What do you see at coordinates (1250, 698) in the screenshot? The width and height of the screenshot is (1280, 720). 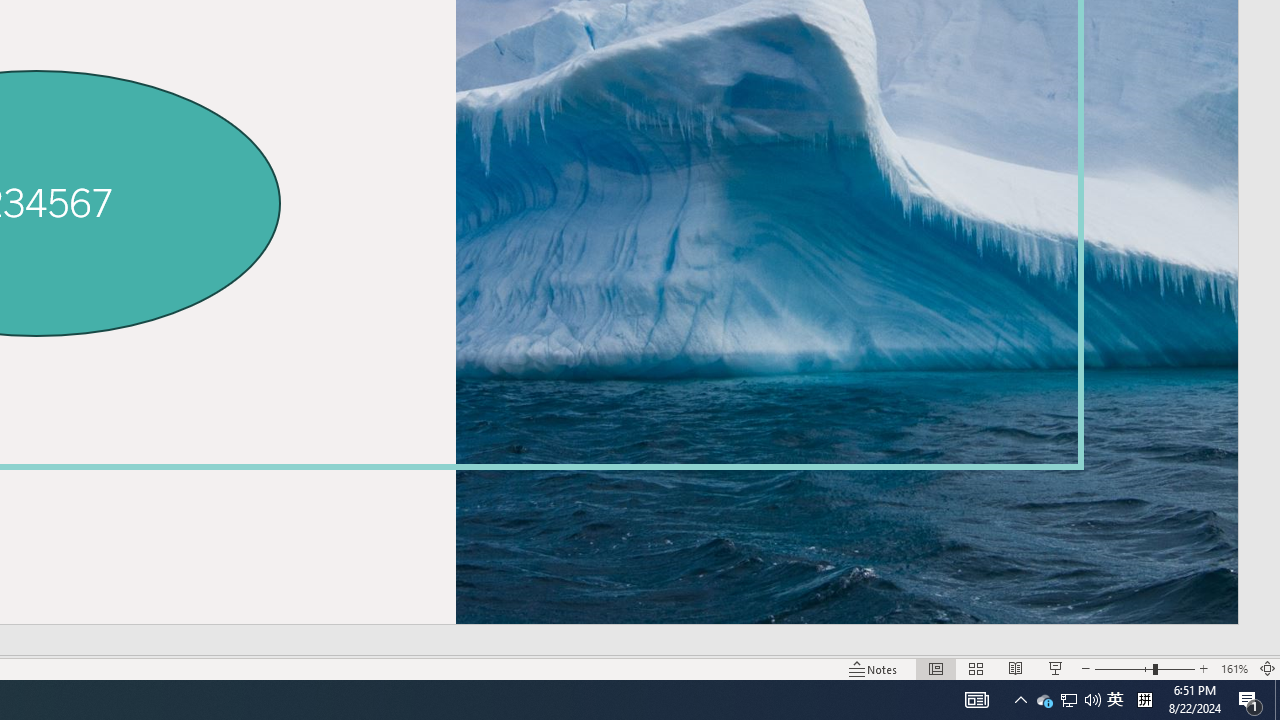 I see `'Action Center, 1 new notification'` at bounding box center [1250, 698].